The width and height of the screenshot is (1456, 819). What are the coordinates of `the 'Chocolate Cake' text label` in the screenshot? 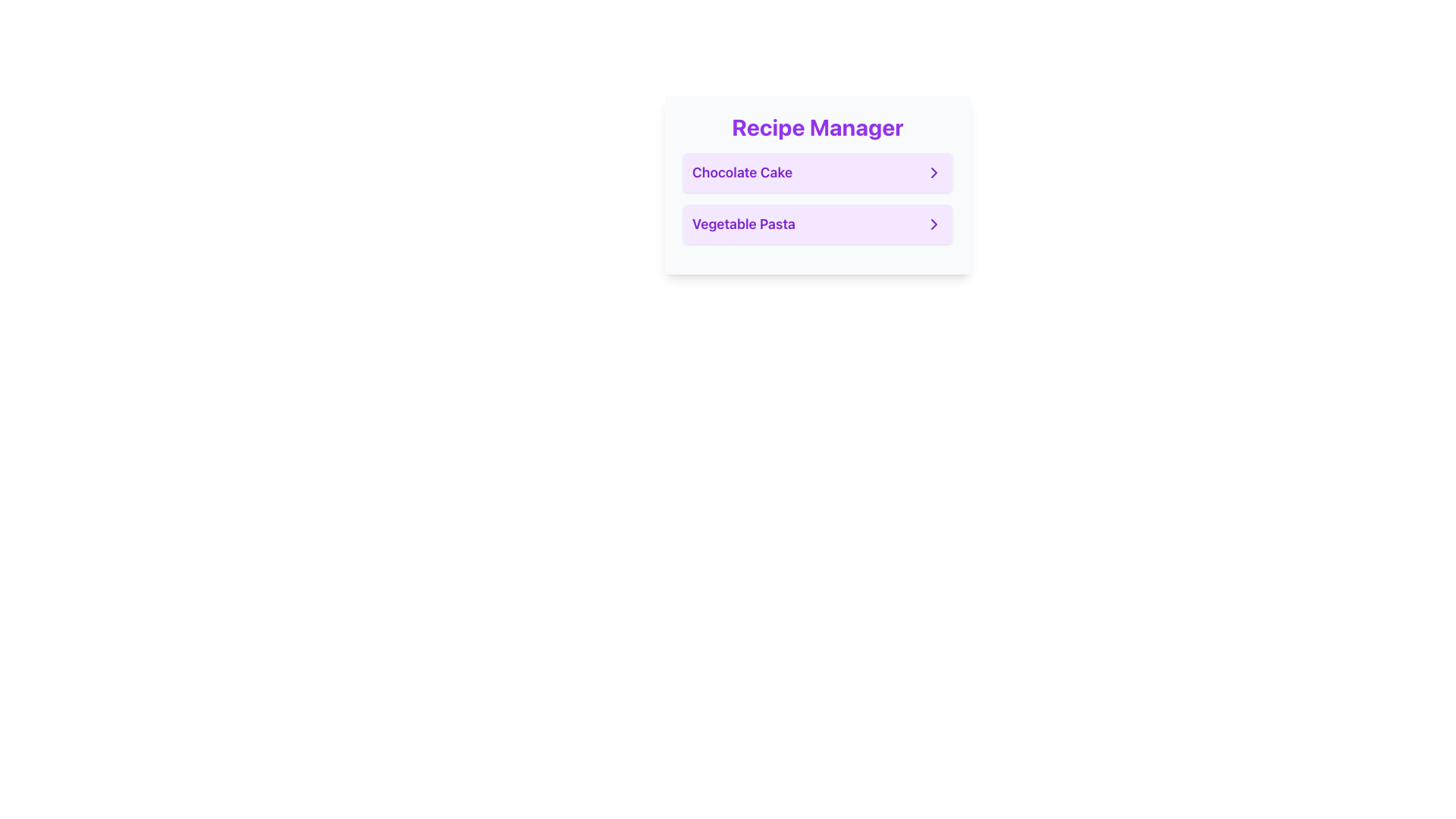 It's located at (742, 171).